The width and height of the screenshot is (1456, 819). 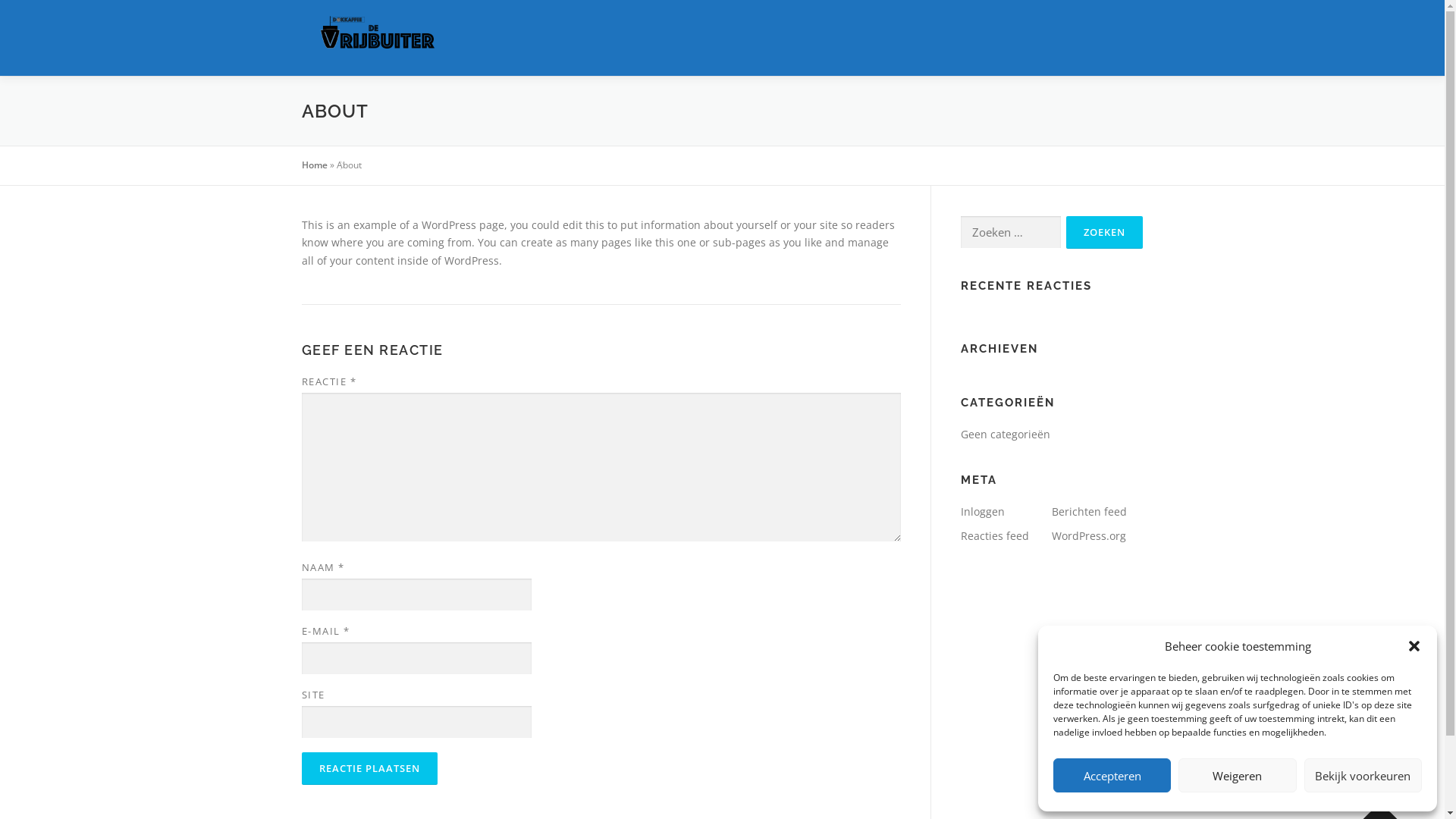 What do you see at coordinates (1087, 535) in the screenshot?
I see `'WordPress.org'` at bounding box center [1087, 535].